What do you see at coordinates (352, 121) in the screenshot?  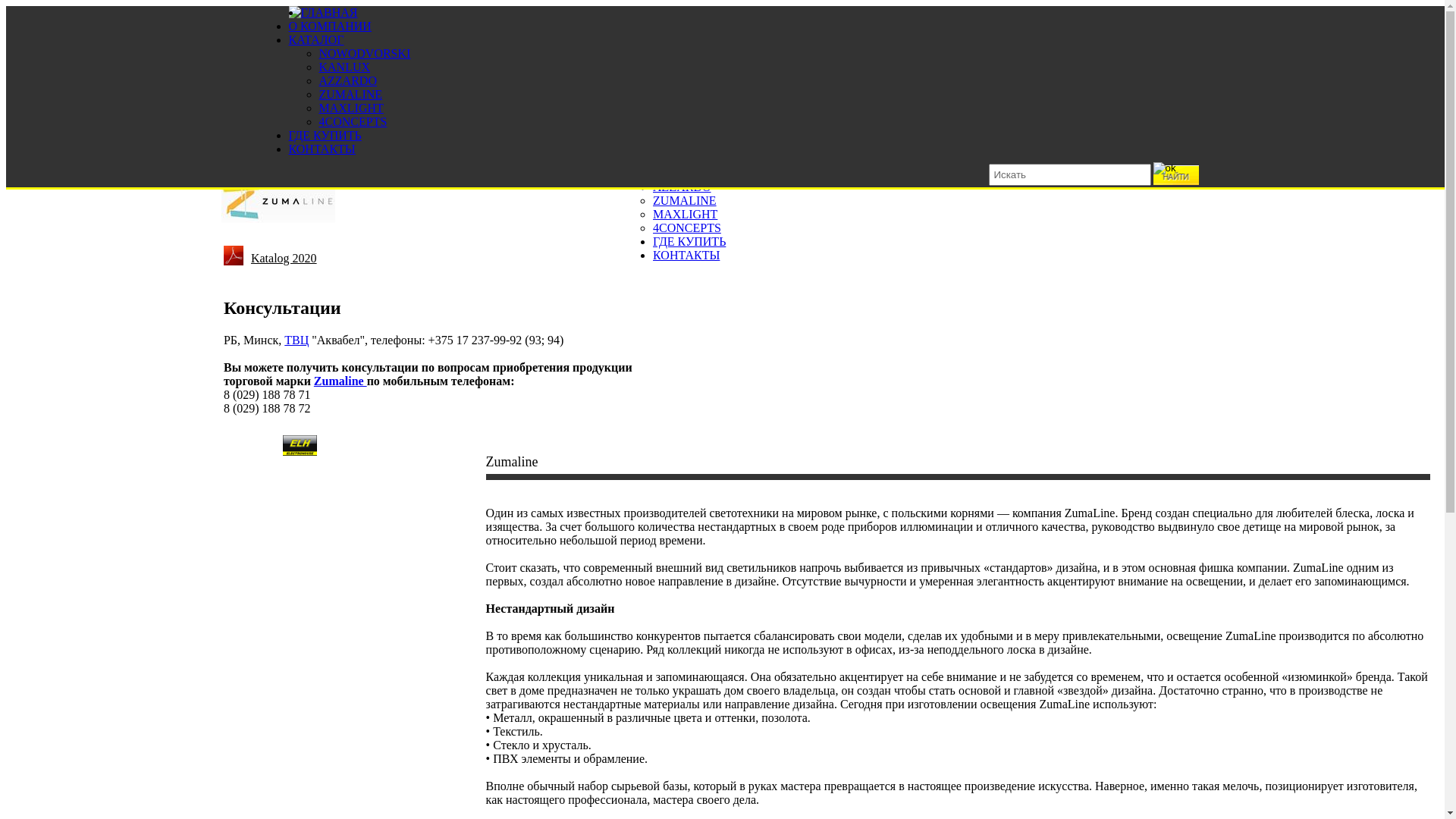 I see `'4CONCEPTS'` at bounding box center [352, 121].